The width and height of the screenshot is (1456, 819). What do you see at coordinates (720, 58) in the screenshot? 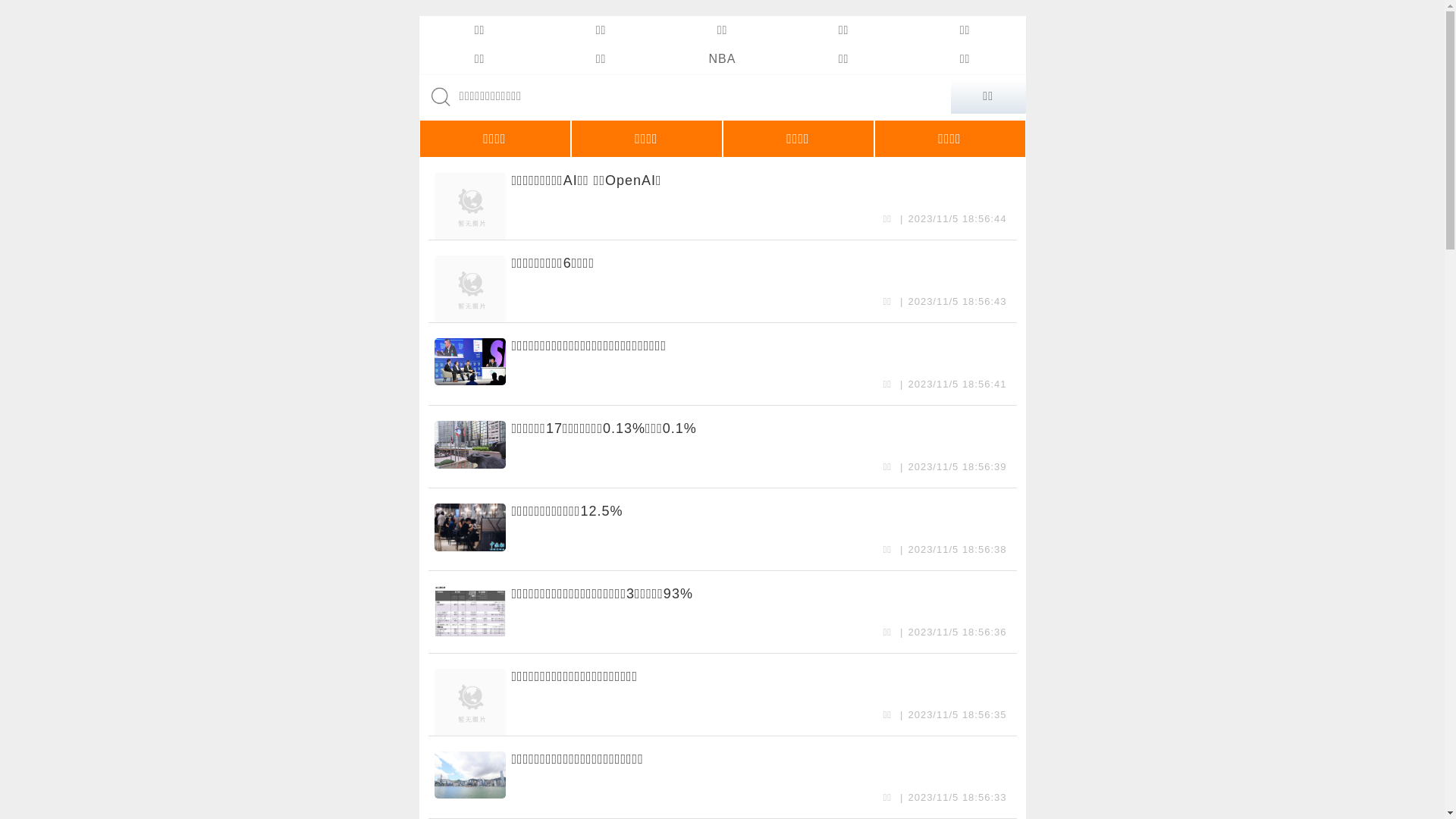
I see `'NBA'` at bounding box center [720, 58].